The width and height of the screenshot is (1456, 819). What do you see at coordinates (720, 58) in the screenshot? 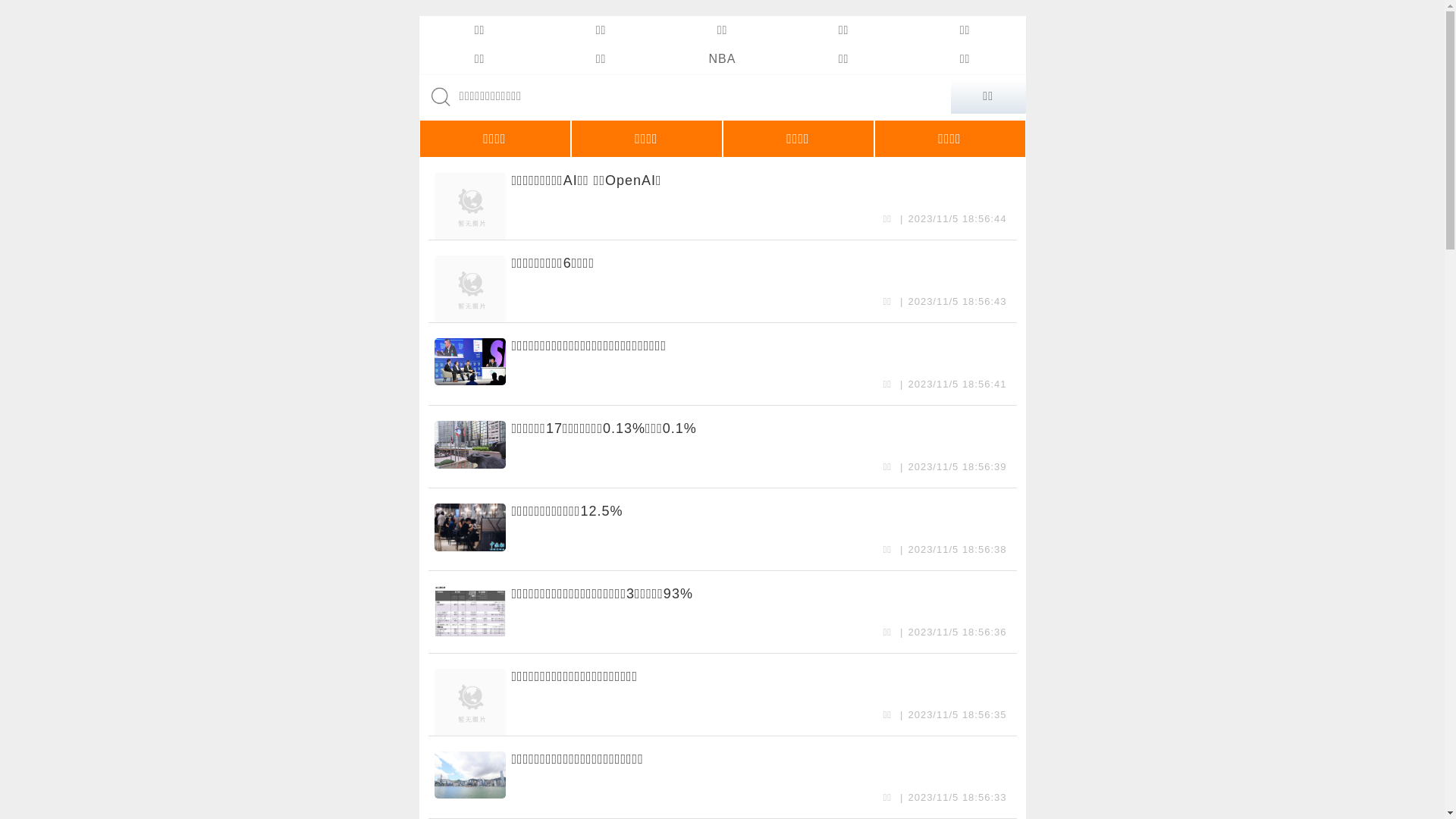
I see `'NBA'` at bounding box center [720, 58].